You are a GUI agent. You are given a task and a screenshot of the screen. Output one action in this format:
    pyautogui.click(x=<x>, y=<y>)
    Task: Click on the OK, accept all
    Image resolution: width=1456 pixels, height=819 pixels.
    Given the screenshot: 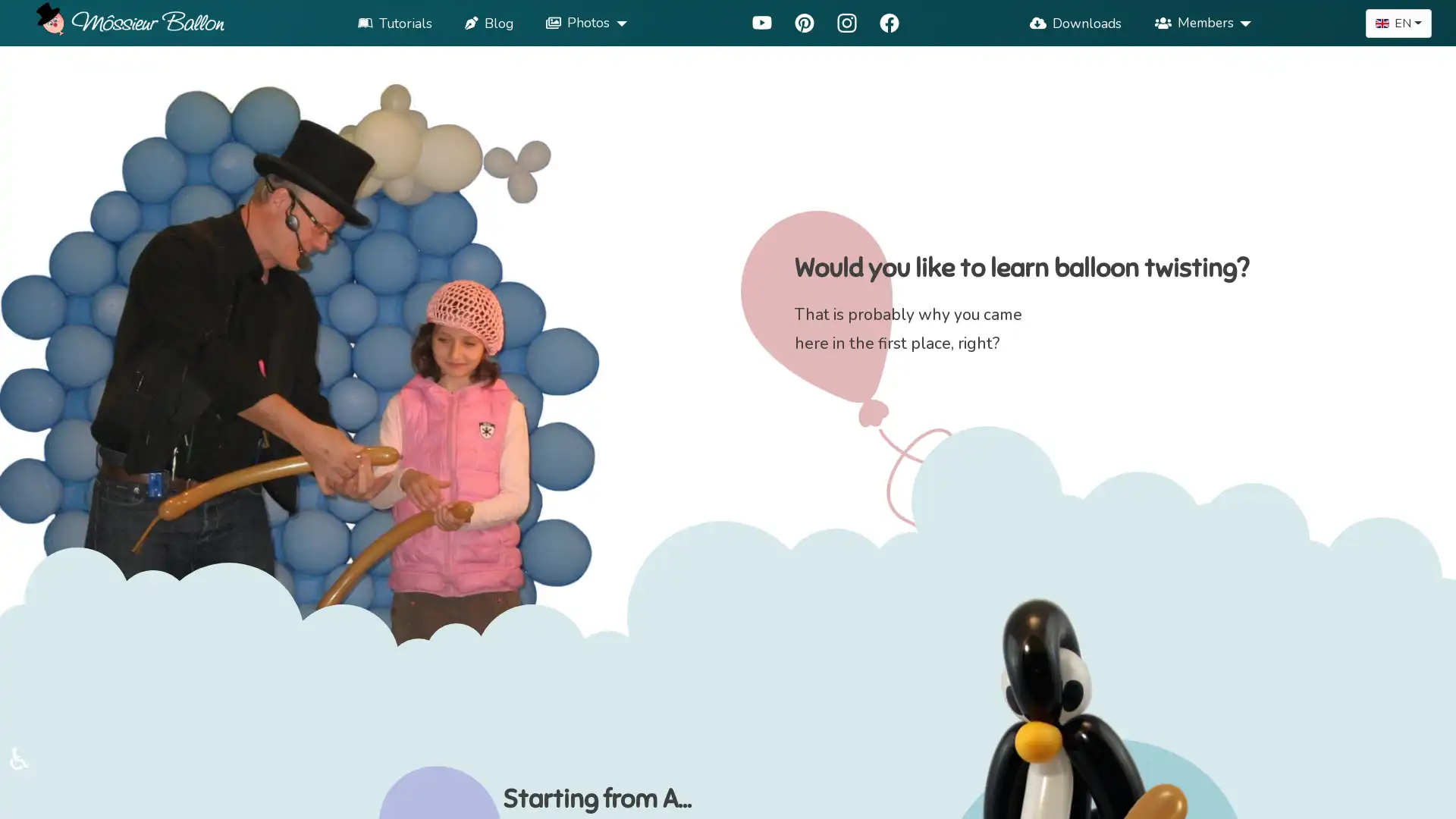 What is the action you would take?
    pyautogui.click(x=805, y=797)
    